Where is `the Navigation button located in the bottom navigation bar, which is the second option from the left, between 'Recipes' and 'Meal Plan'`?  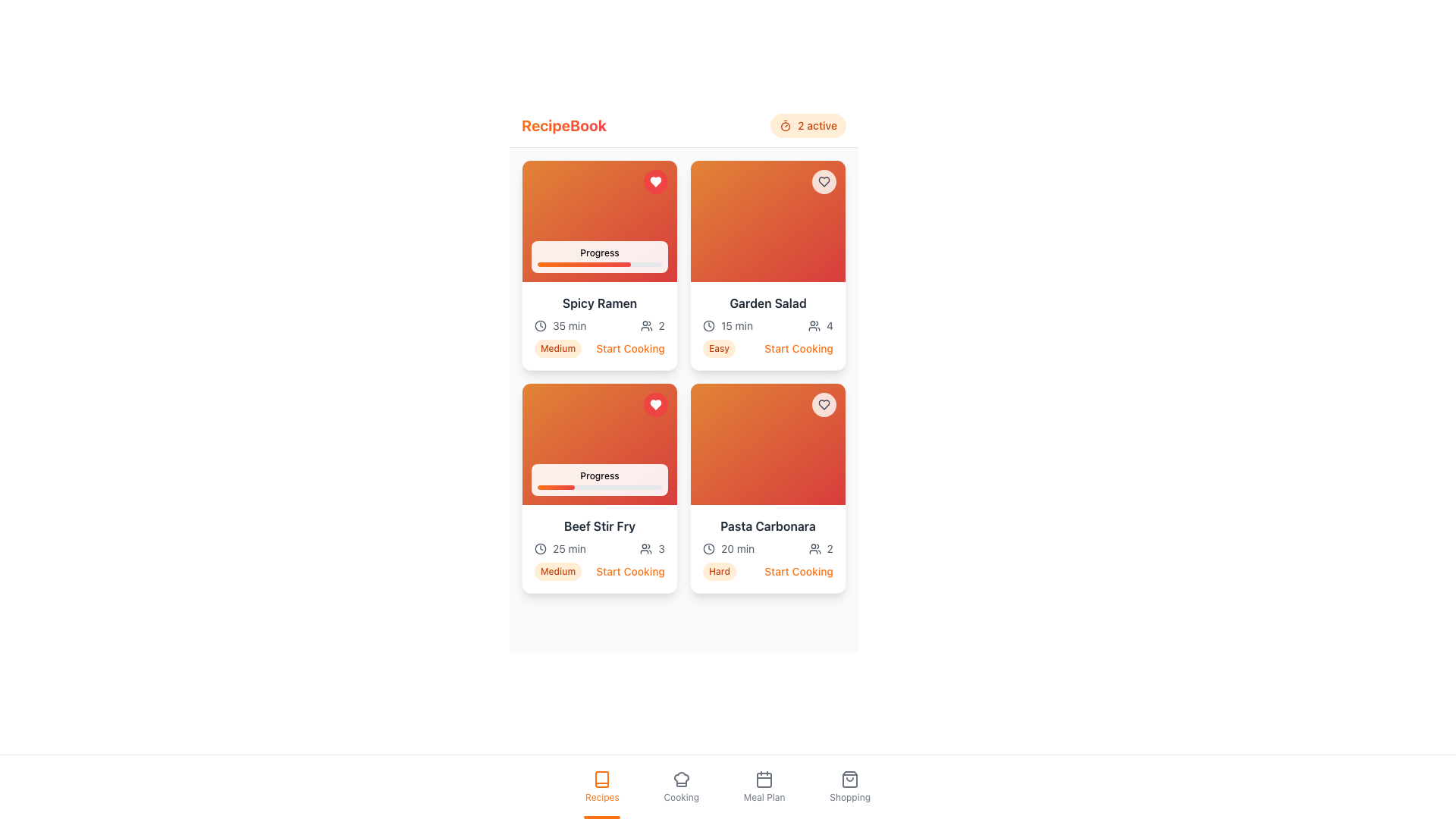
the Navigation button located in the bottom navigation bar, which is the second option from the left, between 'Recipes' and 'Meal Plan' is located at coordinates (680, 786).